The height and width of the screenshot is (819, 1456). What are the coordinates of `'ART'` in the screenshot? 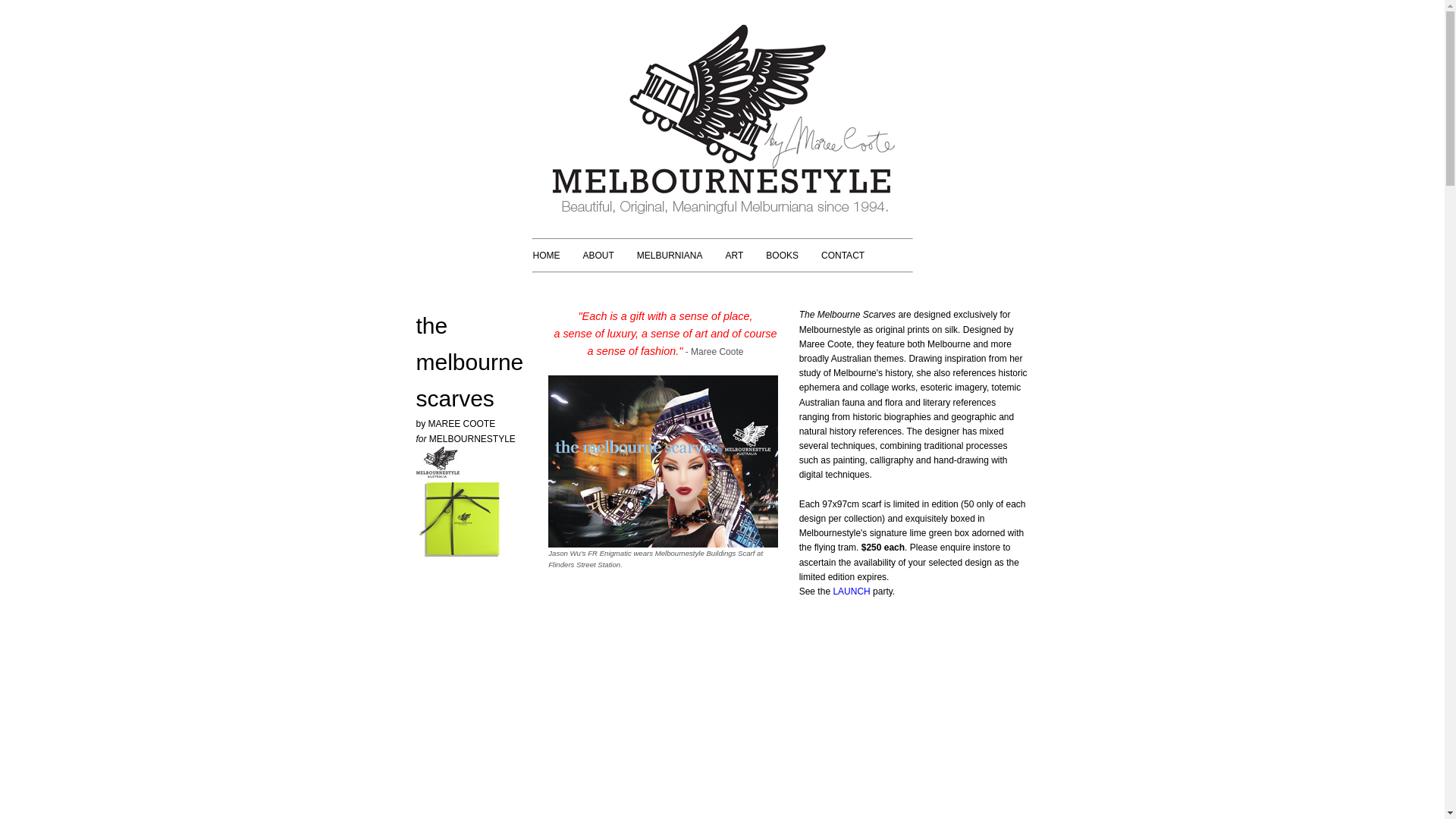 It's located at (735, 254).